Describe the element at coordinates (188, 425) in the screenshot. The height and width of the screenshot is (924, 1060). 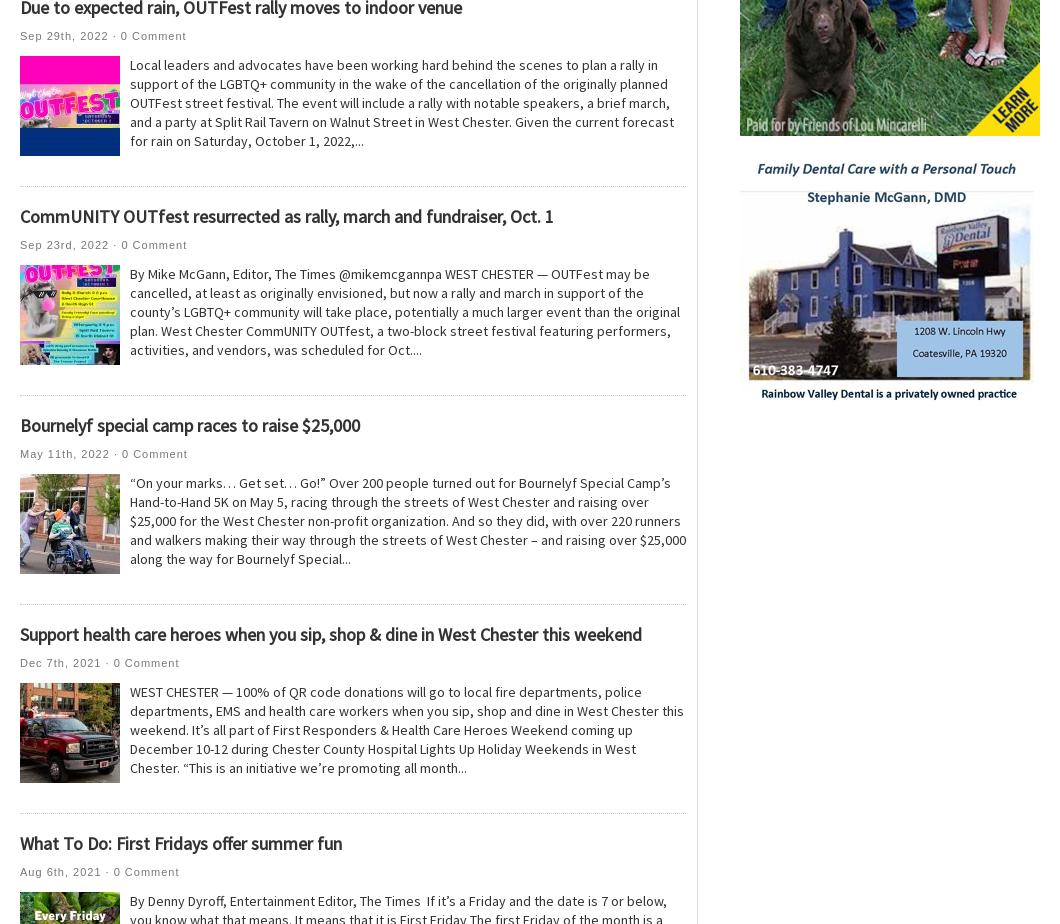
I see `'Bournelyf special camp races to raise $25,000'` at that location.